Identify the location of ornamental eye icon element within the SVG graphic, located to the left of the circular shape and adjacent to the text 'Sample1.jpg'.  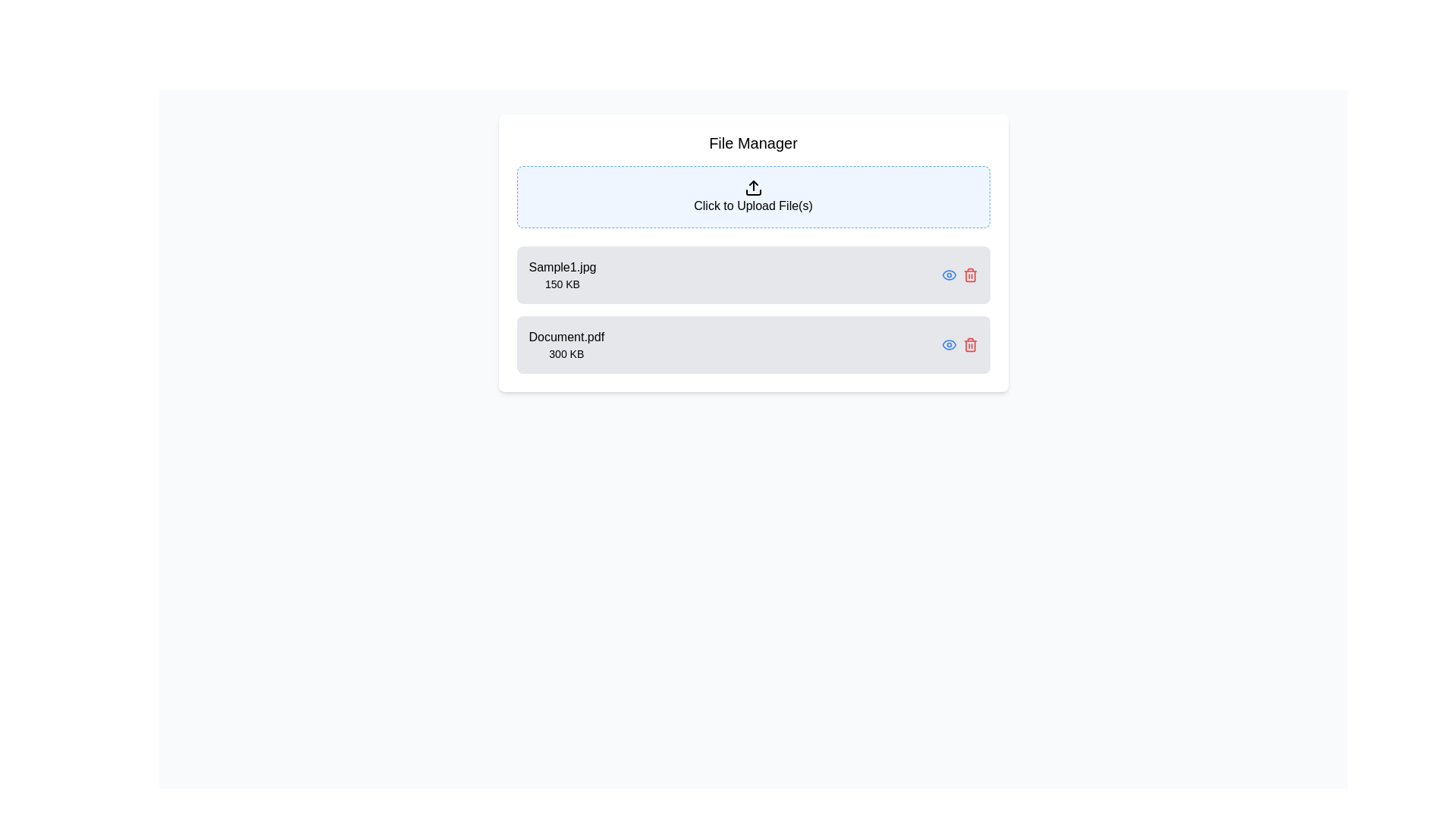
(948, 345).